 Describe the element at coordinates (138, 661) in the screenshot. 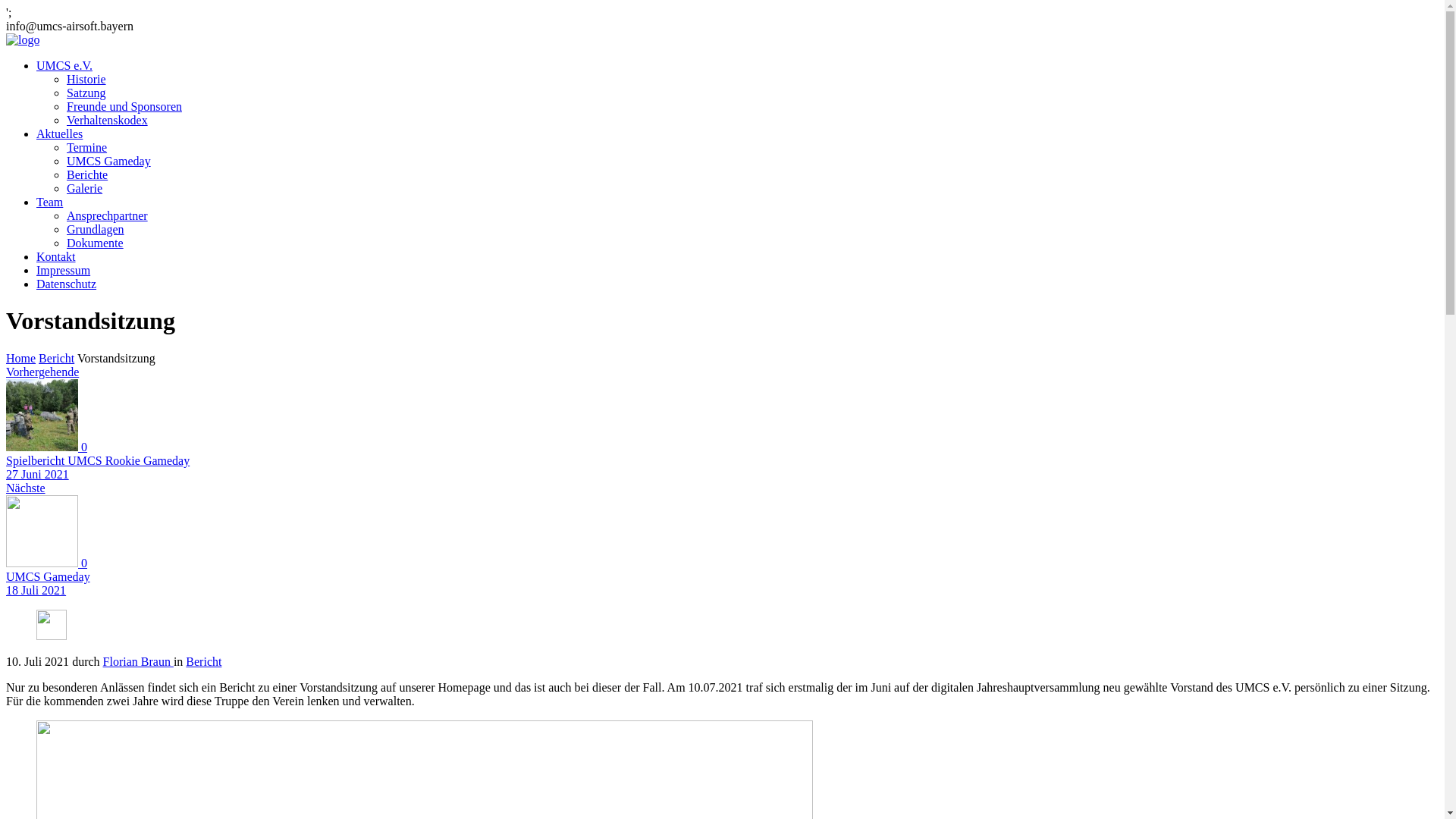

I see `'Florian Braun'` at that location.